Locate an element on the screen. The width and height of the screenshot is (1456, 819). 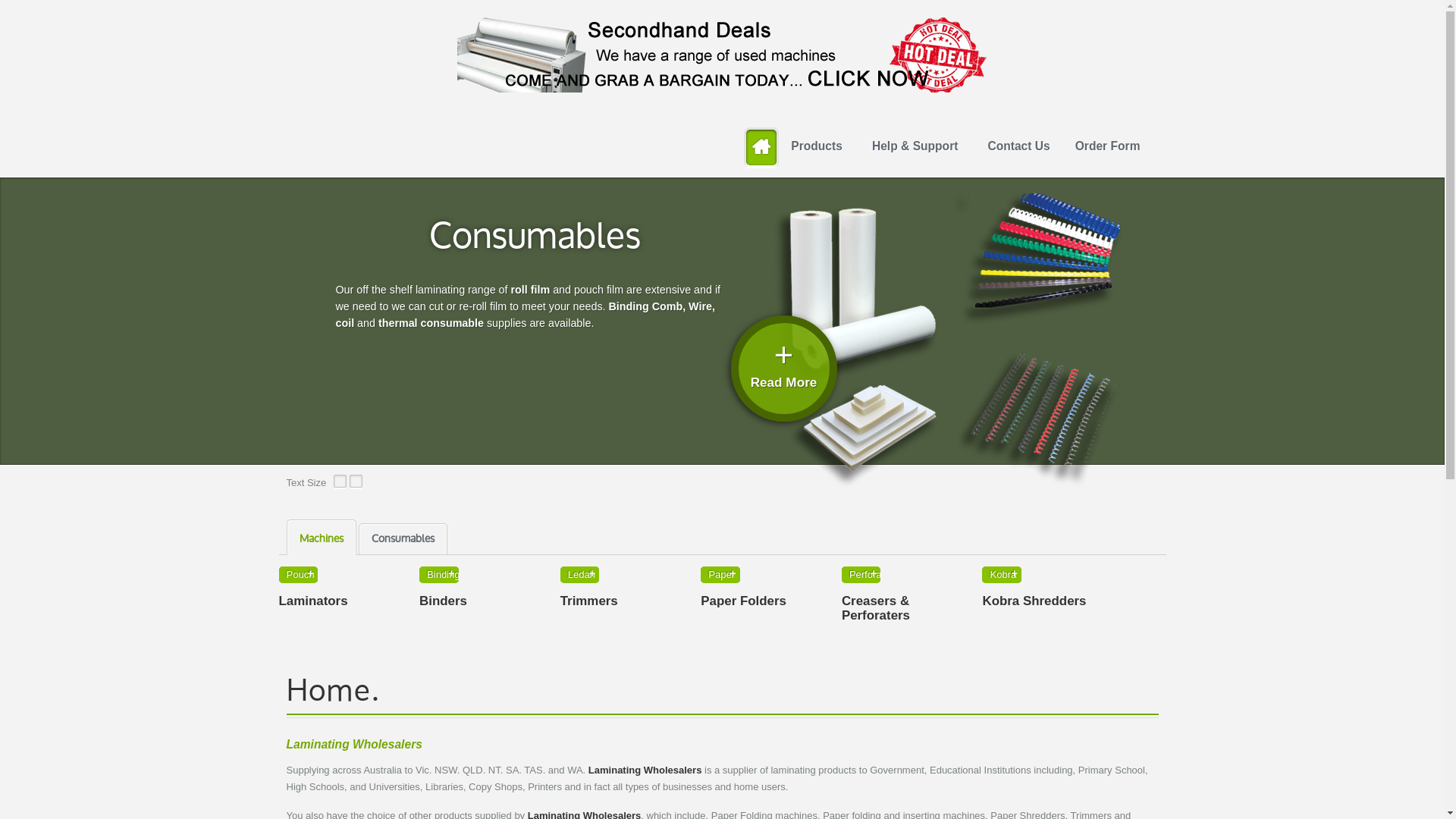
'Contact Us' is located at coordinates (976, 146).